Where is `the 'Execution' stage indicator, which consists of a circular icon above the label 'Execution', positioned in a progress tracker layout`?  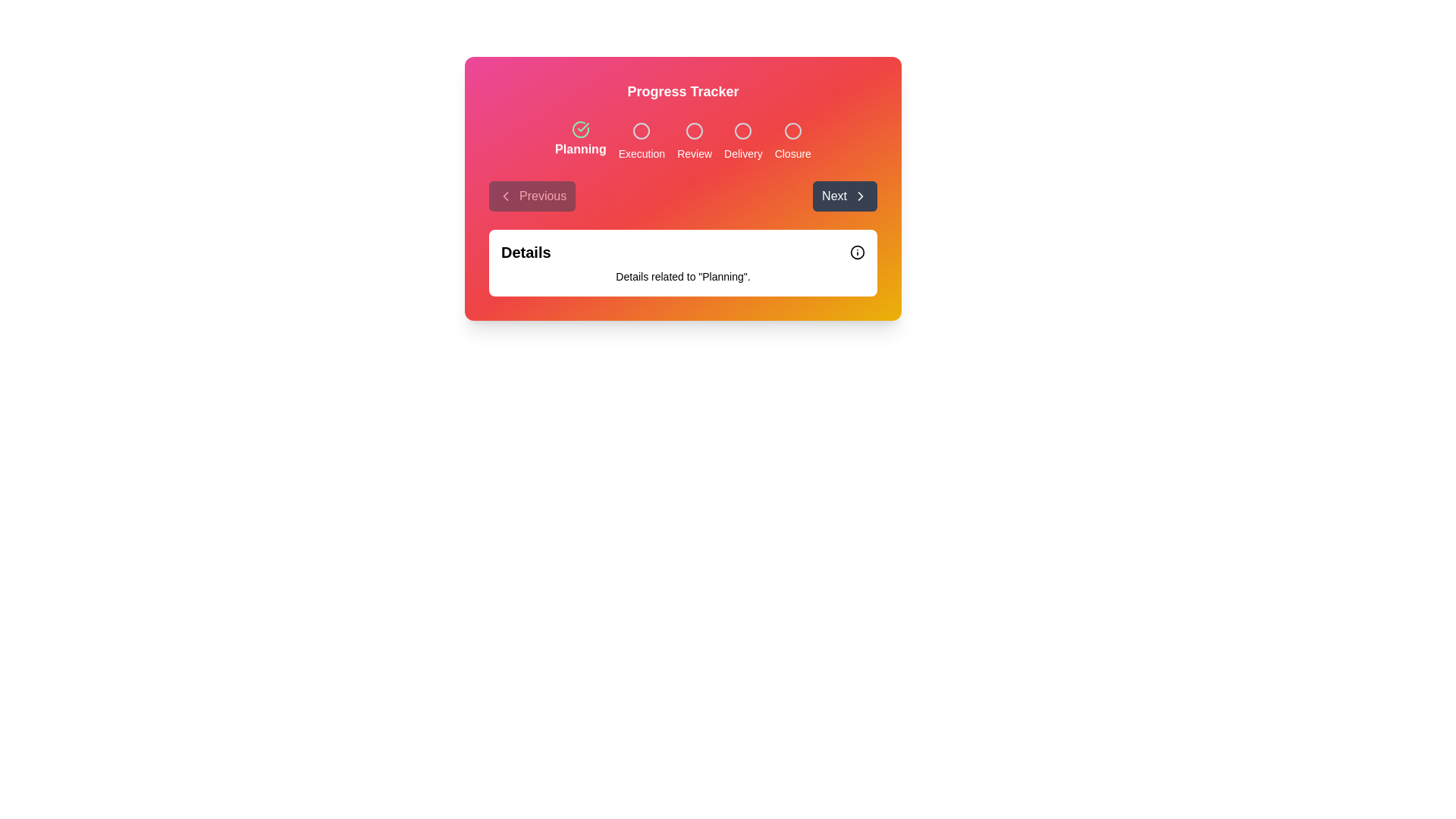 the 'Execution' stage indicator, which consists of a circular icon above the label 'Execution', positioned in a progress tracker layout is located at coordinates (642, 141).